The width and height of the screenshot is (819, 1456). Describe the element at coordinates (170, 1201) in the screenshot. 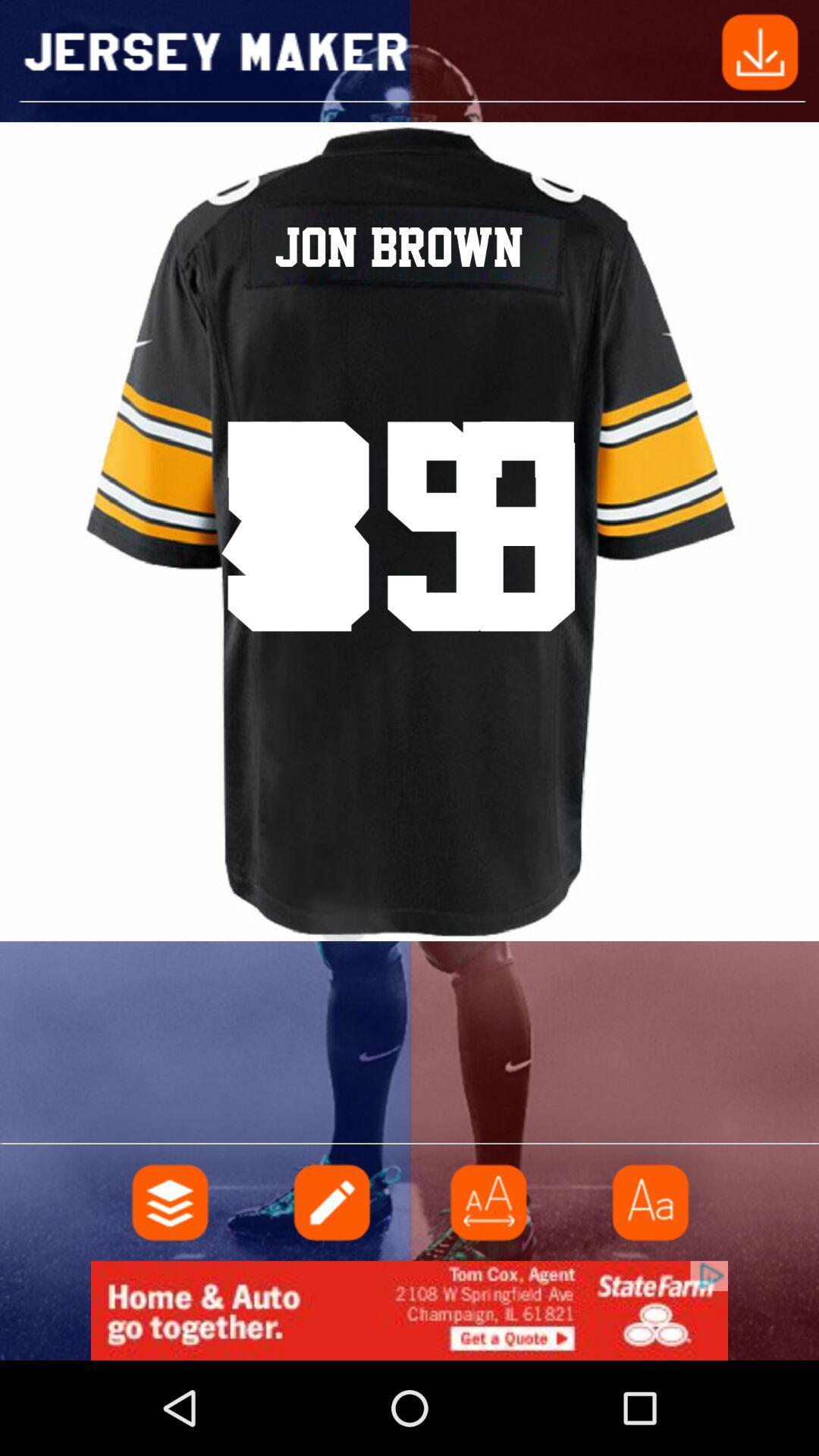

I see `personalization button` at that location.